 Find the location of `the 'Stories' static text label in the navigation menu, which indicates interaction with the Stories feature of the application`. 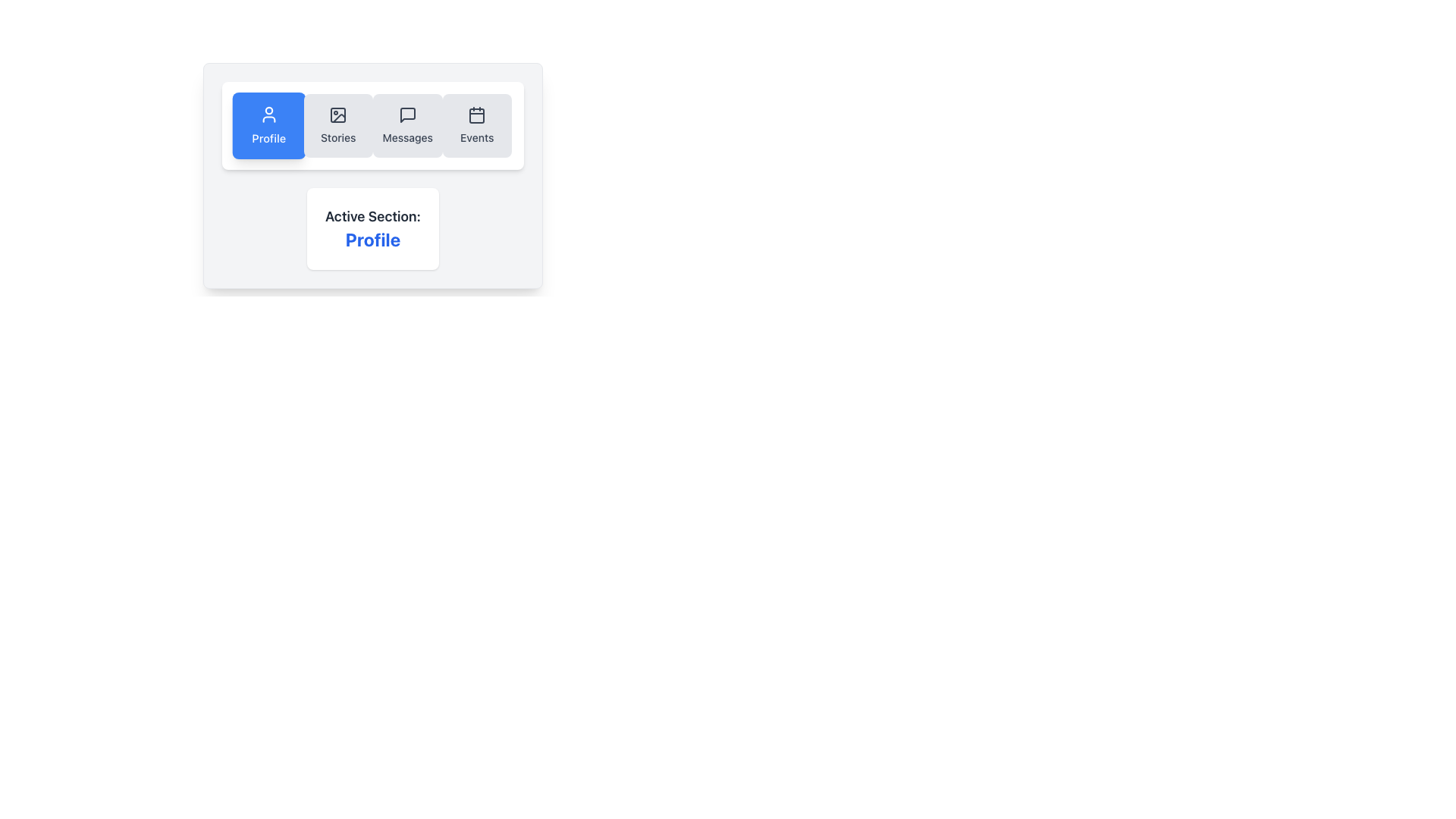

the 'Stories' static text label in the navigation menu, which indicates interaction with the Stories feature of the application is located at coordinates (337, 137).